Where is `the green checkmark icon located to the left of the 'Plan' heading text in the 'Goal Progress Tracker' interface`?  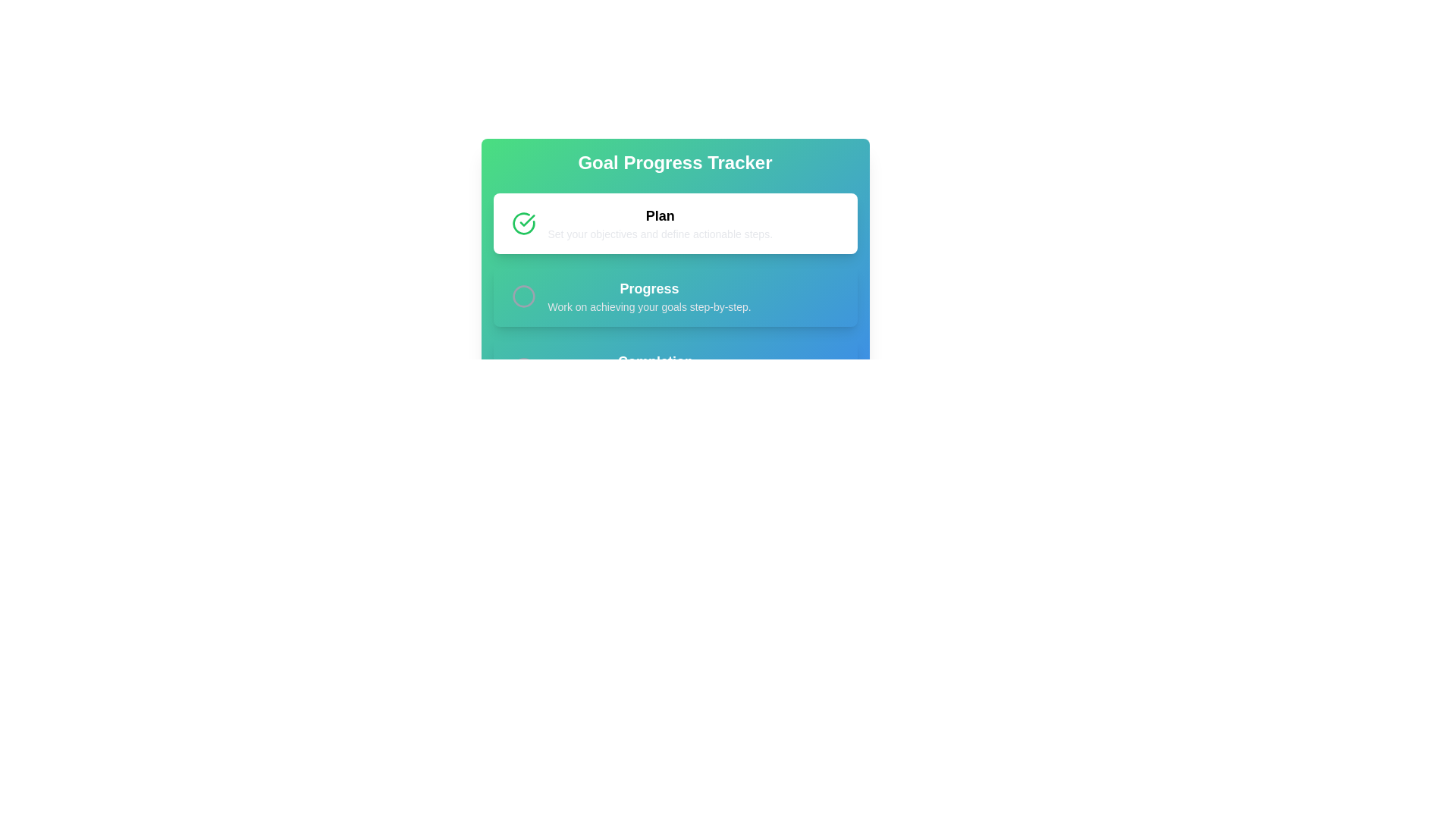 the green checkmark icon located to the left of the 'Plan' heading text in the 'Goal Progress Tracker' interface is located at coordinates (527, 220).